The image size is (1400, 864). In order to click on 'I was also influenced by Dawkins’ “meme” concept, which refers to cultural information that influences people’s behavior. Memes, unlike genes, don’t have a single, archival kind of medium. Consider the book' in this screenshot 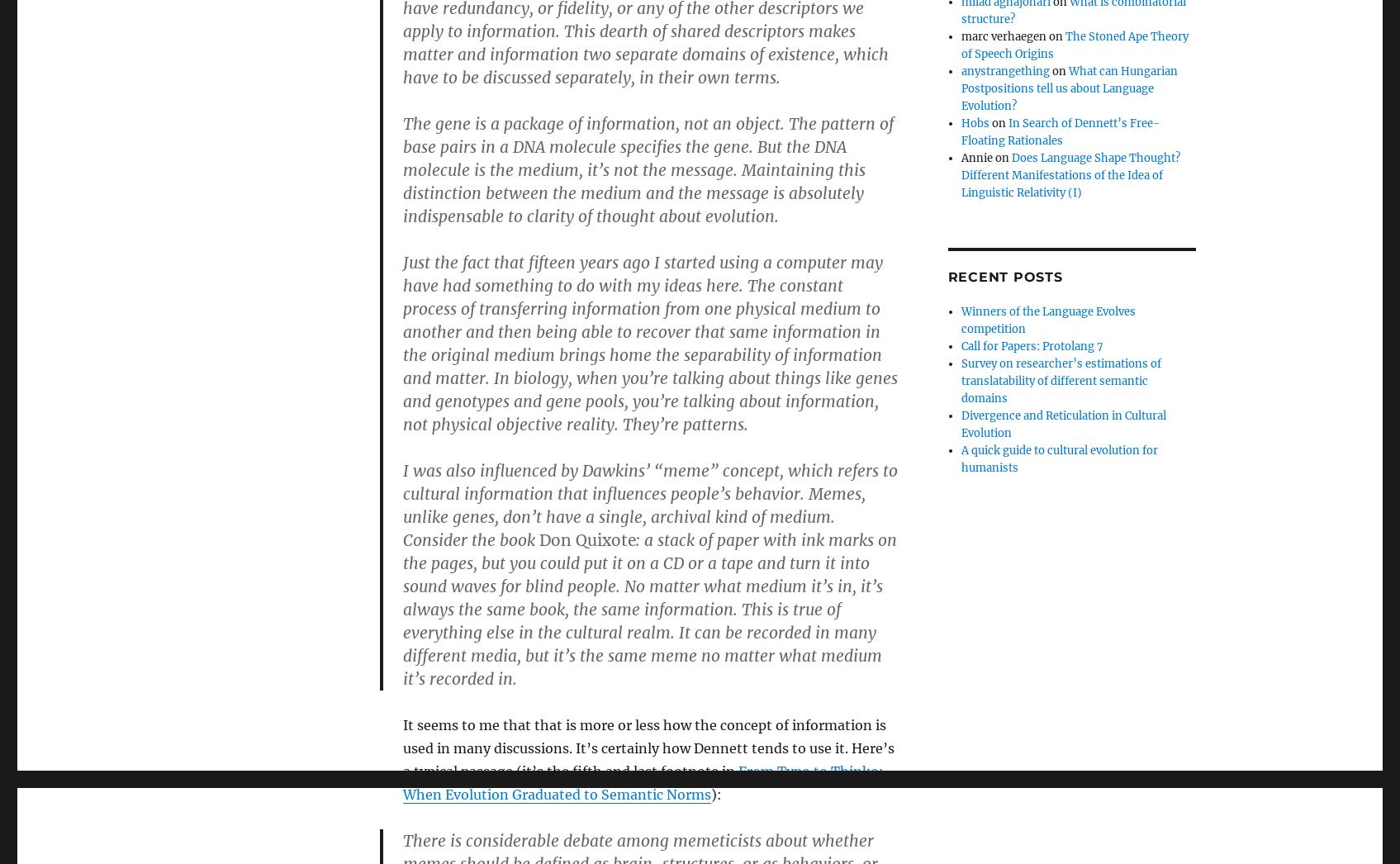, I will do `click(649, 506)`.